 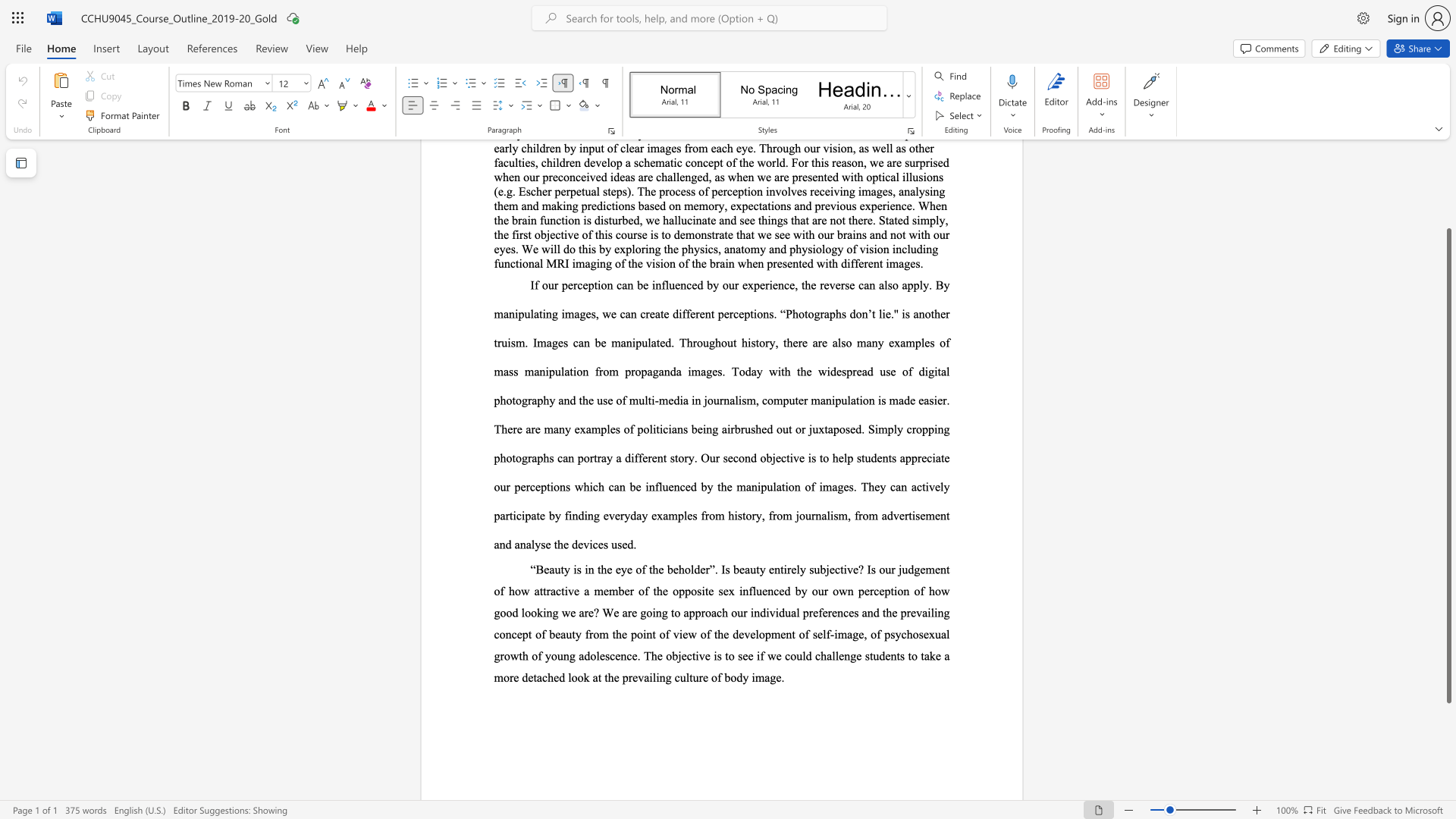 What do you see at coordinates (1448, 465) in the screenshot?
I see `the scrollbar and move up 100 pixels` at bounding box center [1448, 465].